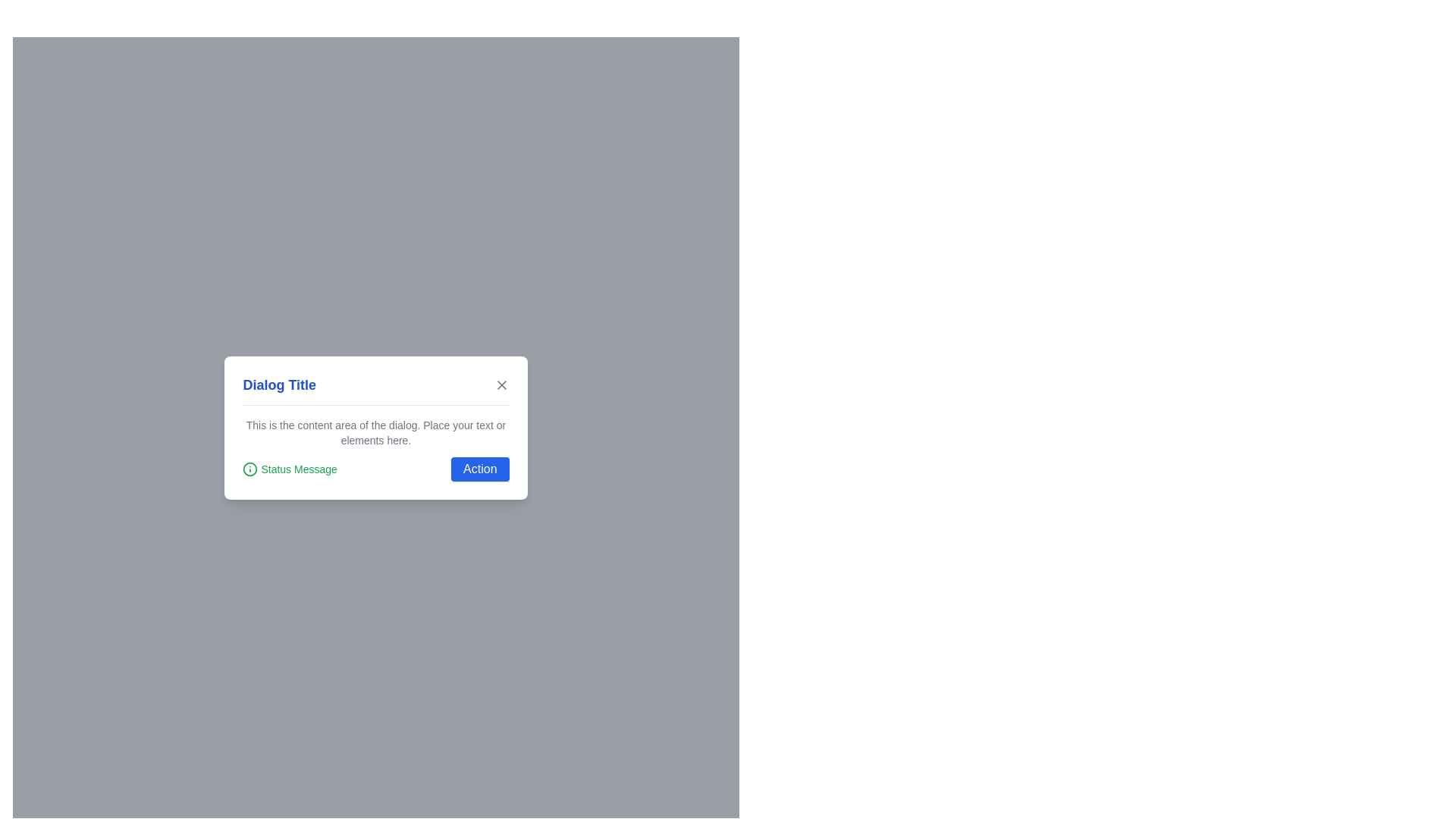 This screenshot has width=1456, height=819. Describe the element at coordinates (250, 468) in the screenshot. I see `the circular icon element that is part of an icon group, located to the left of the 'Status Message' label in the dialog box` at that location.